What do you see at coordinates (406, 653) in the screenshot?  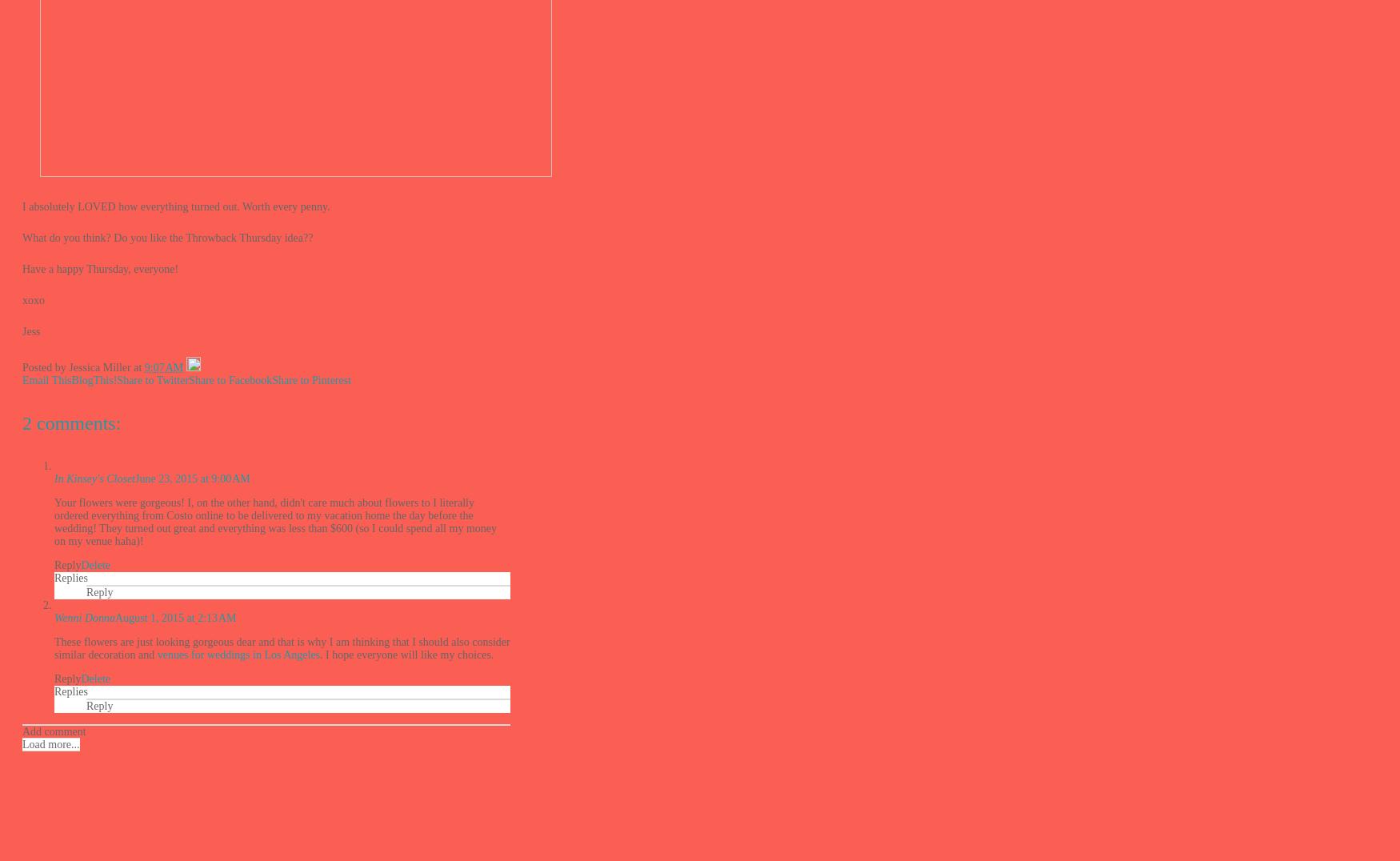 I see `'. I hope everyone will like my choices.'` at bounding box center [406, 653].